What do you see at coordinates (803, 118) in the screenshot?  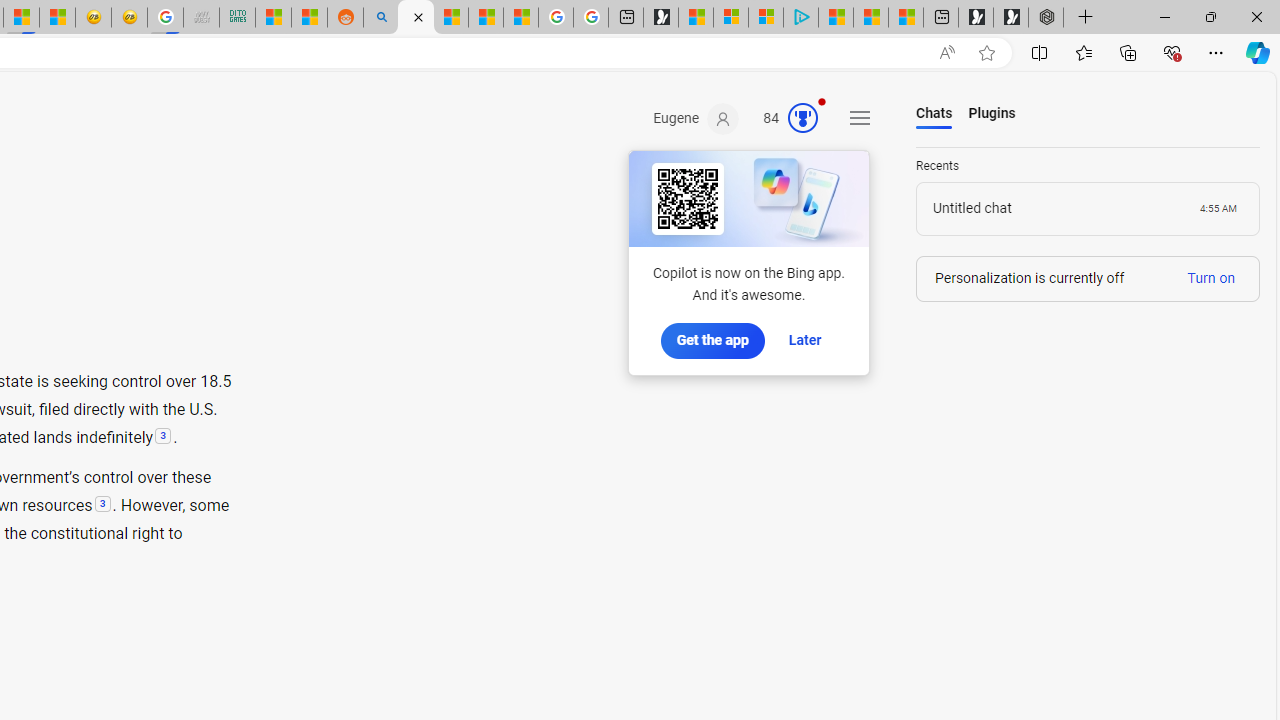 I see `'AutomationID: serp_medal_svg'` at bounding box center [803, 118].